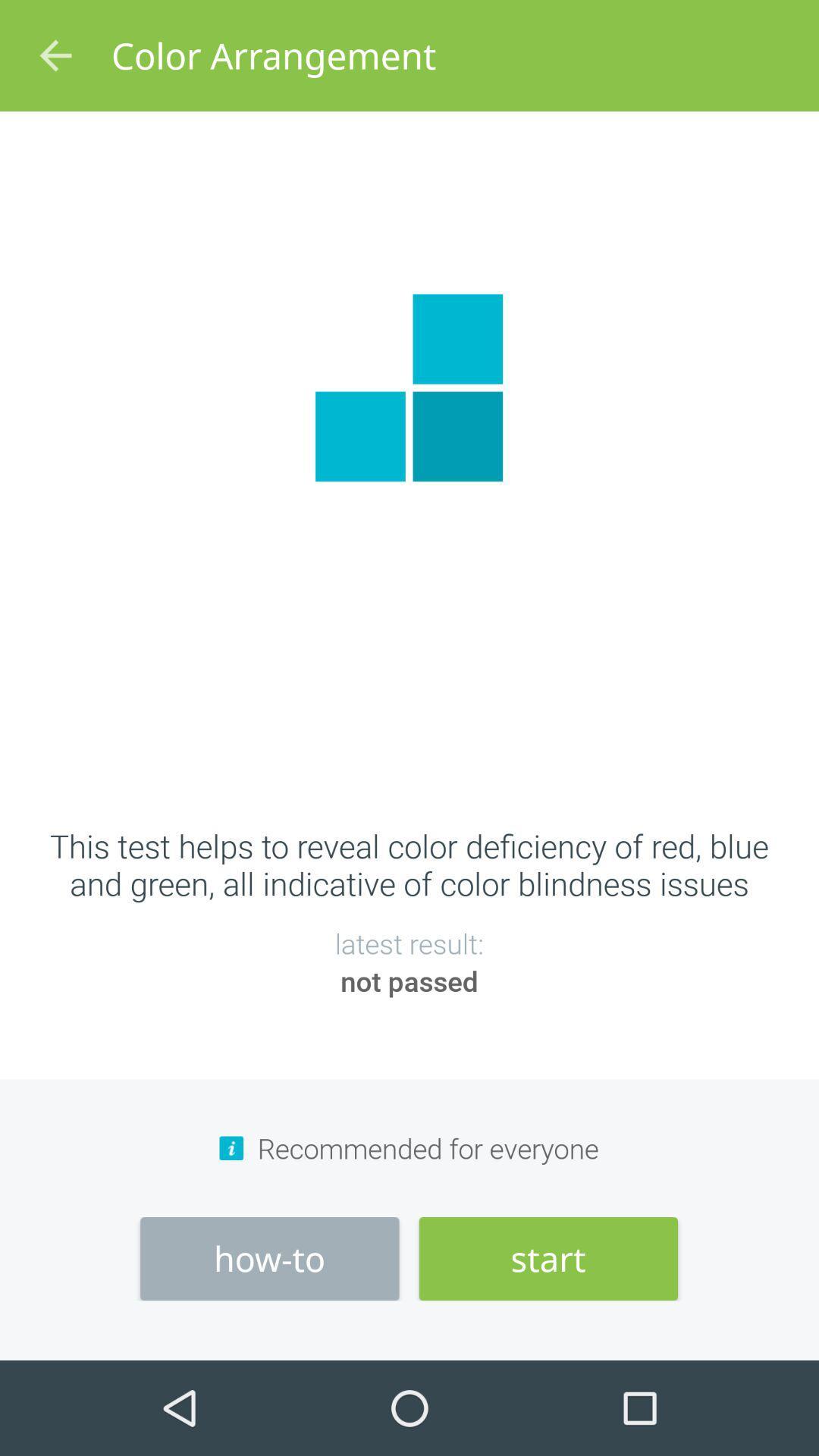  I want to click on icon next to how-to item, so click(548, 1259).